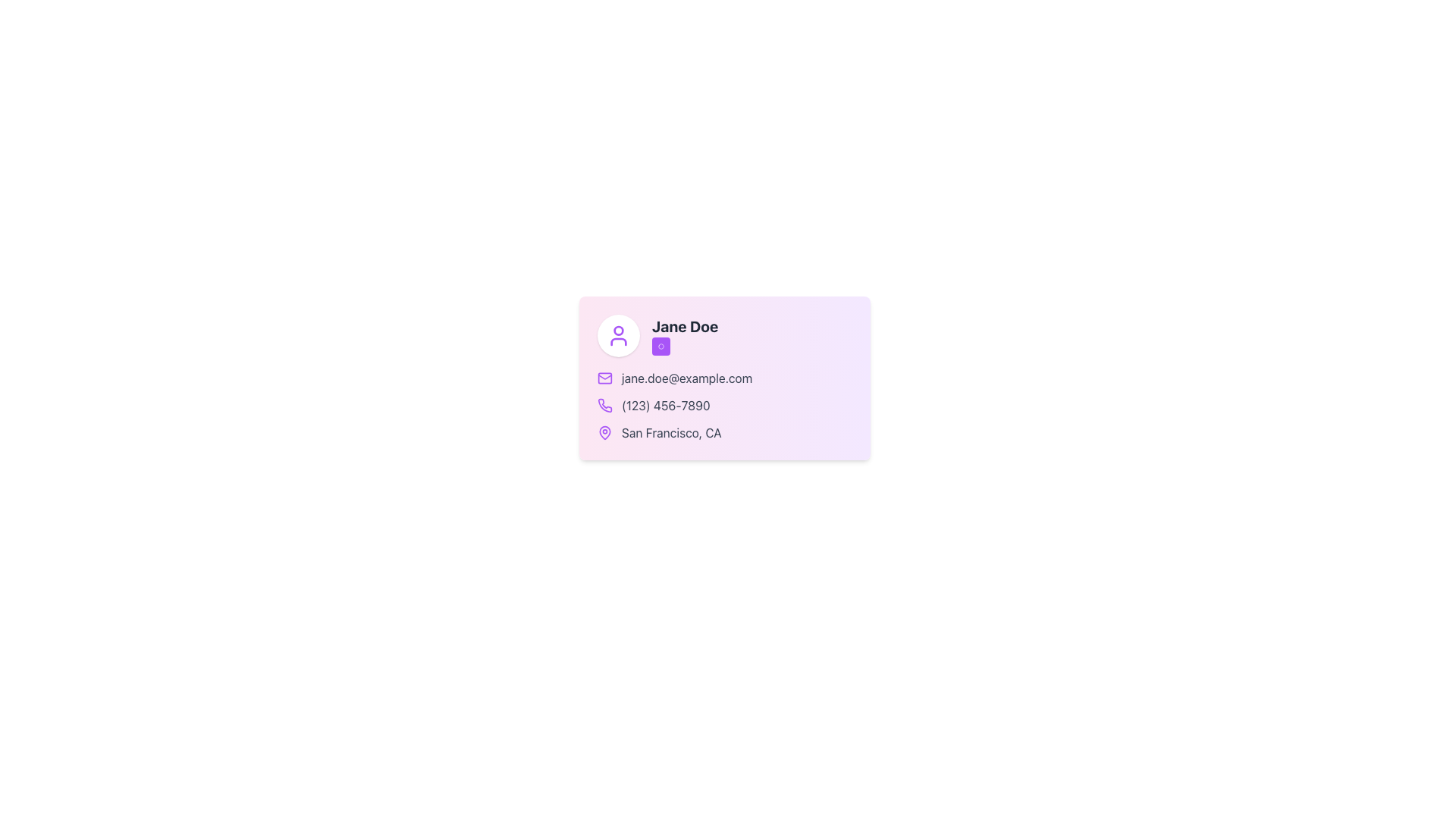  Describe the element at coordinates (604, 405) in the screenshot. I see `the purple phone receiver icon located in the contact information section preceding the phone number '(123) 456-7890'` at that location.